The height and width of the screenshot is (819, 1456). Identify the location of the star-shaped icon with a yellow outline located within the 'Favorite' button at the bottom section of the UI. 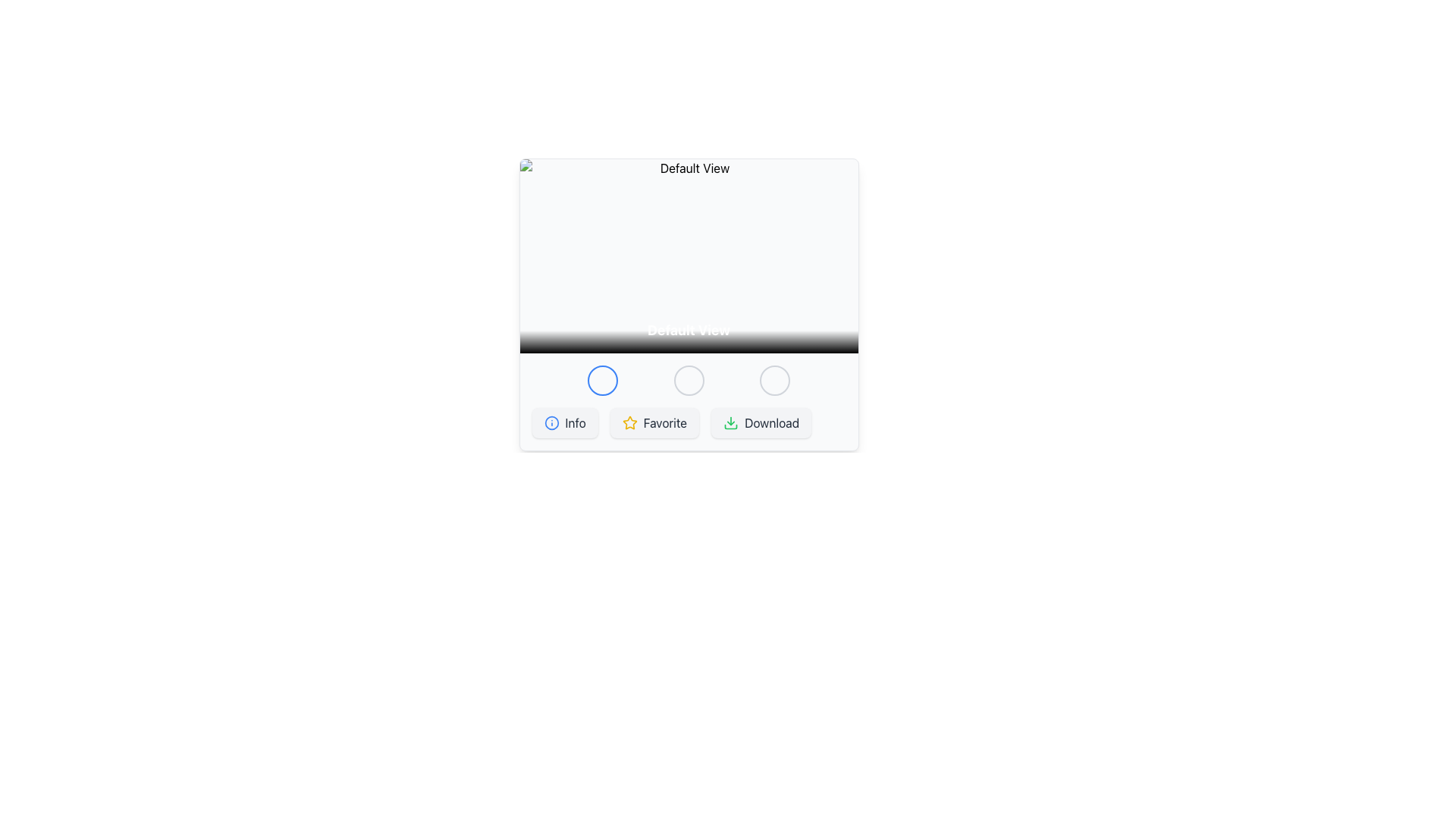
(629, 423).